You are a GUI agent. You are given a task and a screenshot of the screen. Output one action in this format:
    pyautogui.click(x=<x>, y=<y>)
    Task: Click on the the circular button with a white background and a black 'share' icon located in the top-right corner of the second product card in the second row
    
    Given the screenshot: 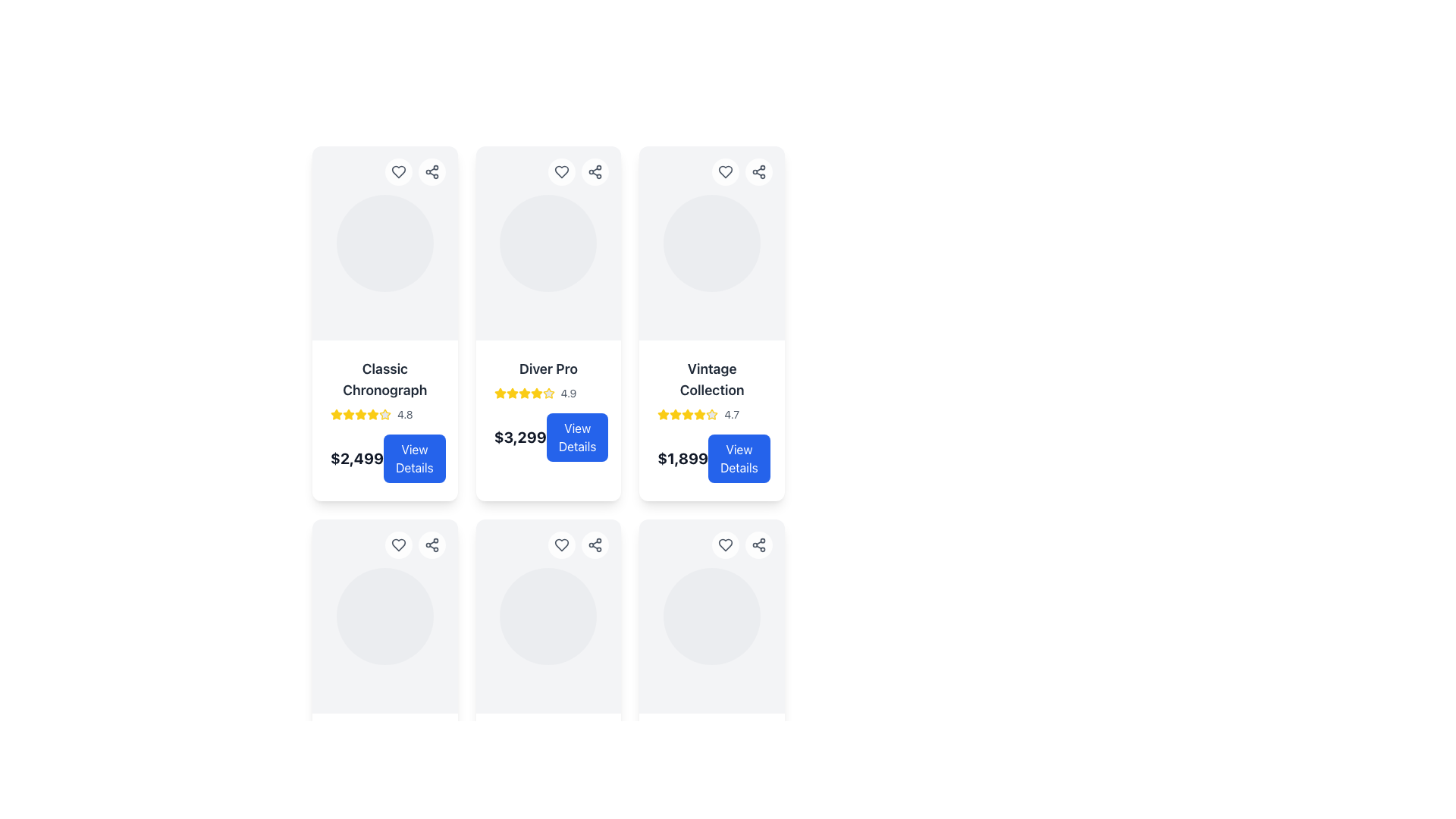 What is the action you would take?
    pyautogui.click(x=595, y=544)
    